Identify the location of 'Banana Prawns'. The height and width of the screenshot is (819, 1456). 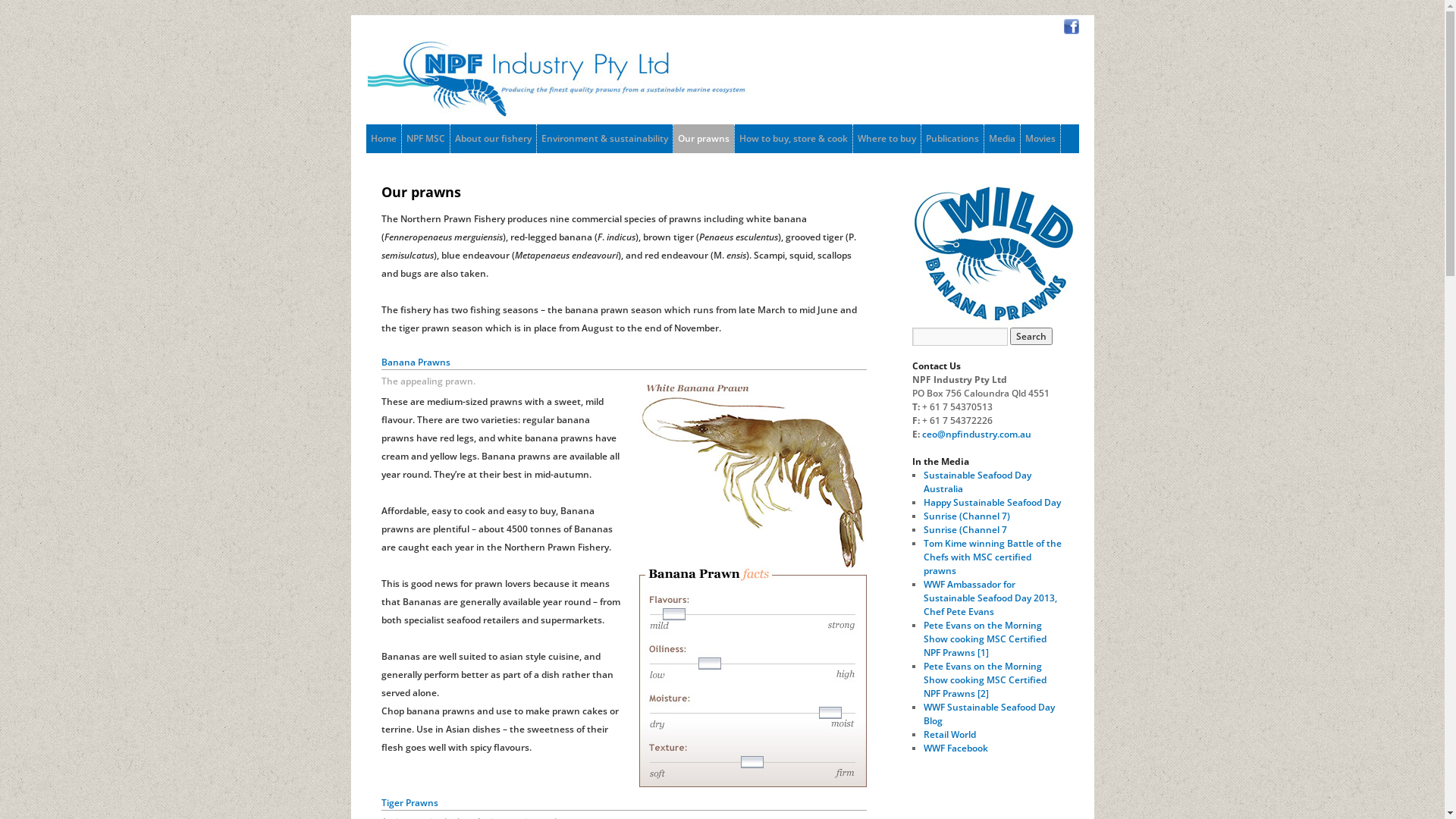
(638, 581).